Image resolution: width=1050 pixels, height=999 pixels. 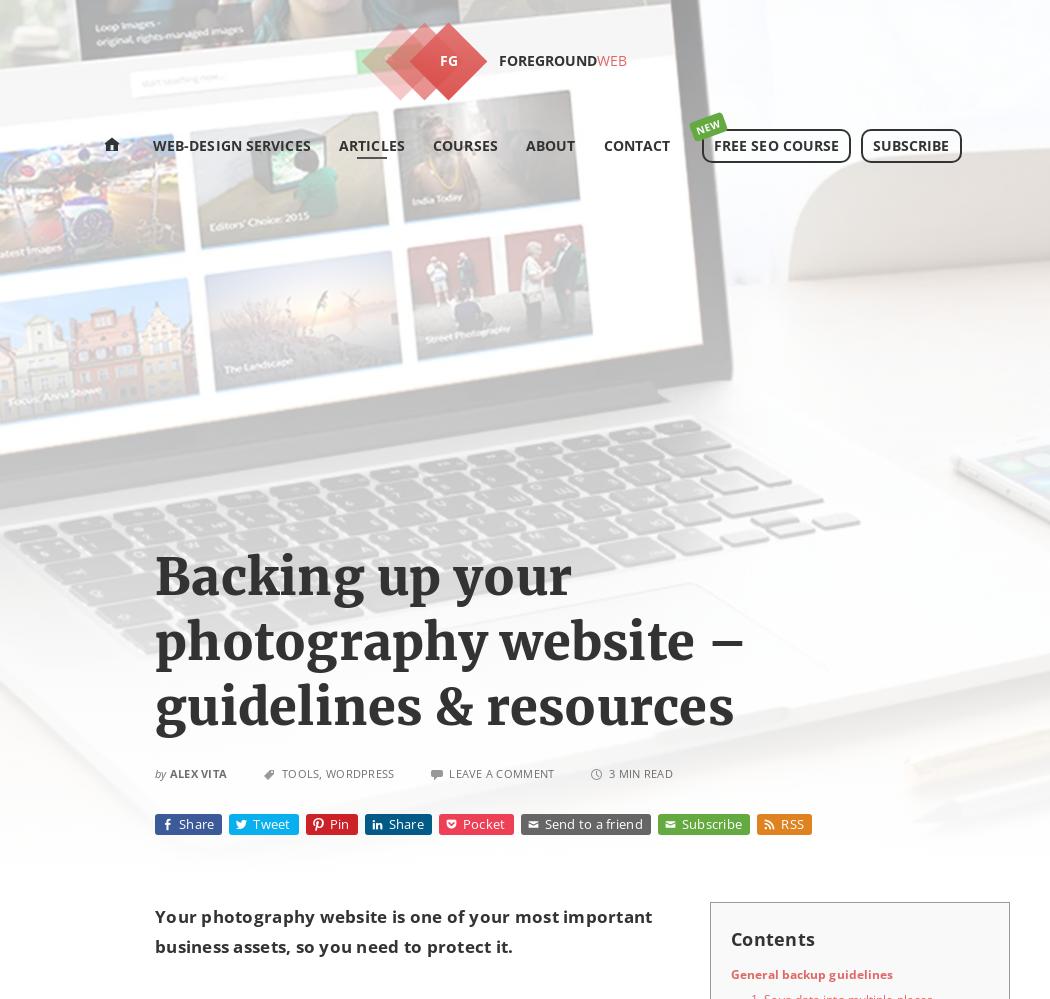 I want to click on ',', so click(x=322, y=772).